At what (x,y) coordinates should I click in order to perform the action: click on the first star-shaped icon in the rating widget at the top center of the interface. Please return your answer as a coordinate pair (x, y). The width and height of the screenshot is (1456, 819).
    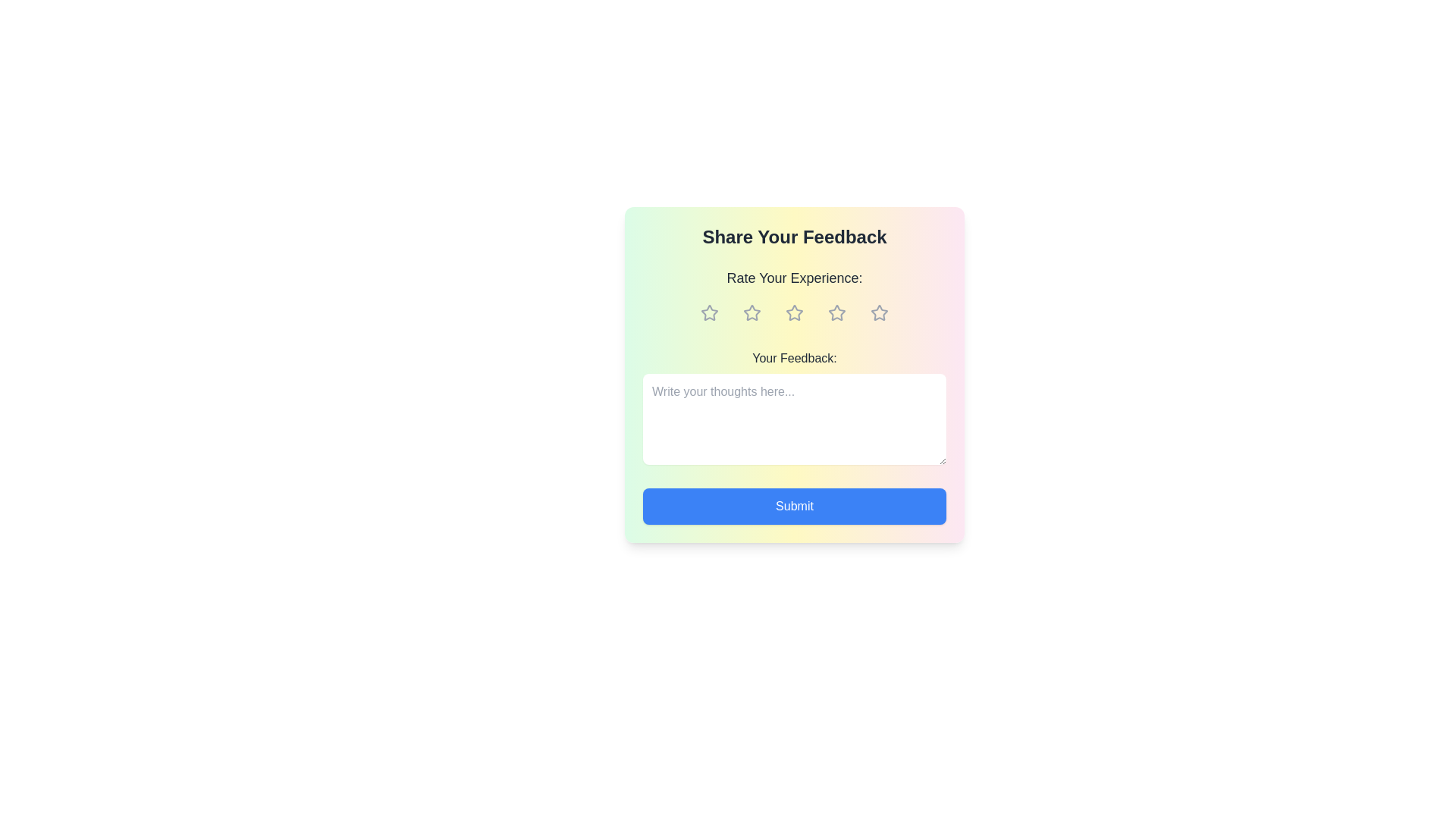
    Looking at the image, I should click on (709, 312).